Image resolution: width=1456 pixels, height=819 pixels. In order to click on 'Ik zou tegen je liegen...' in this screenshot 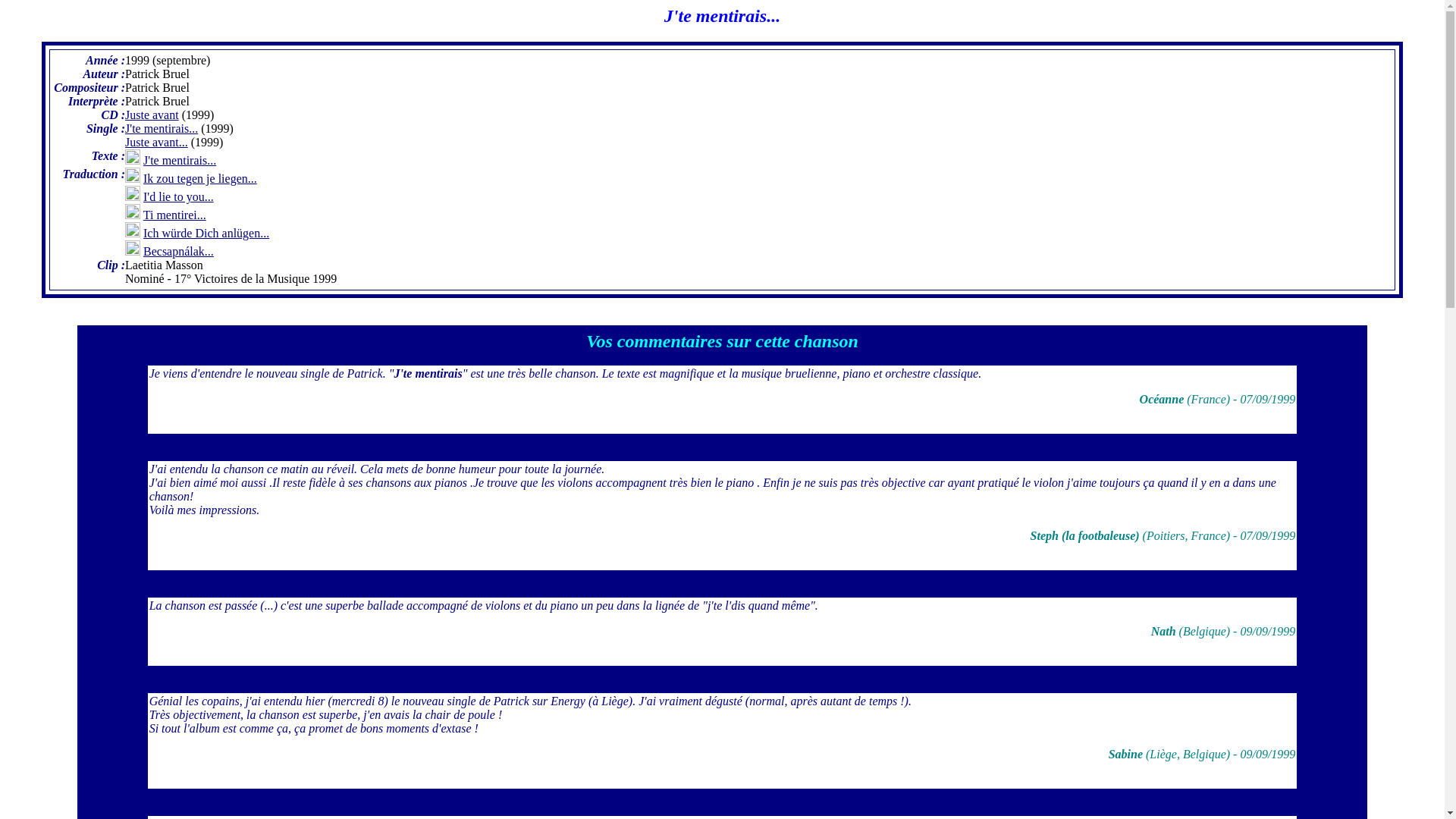, I will do `click(143, 177)`.